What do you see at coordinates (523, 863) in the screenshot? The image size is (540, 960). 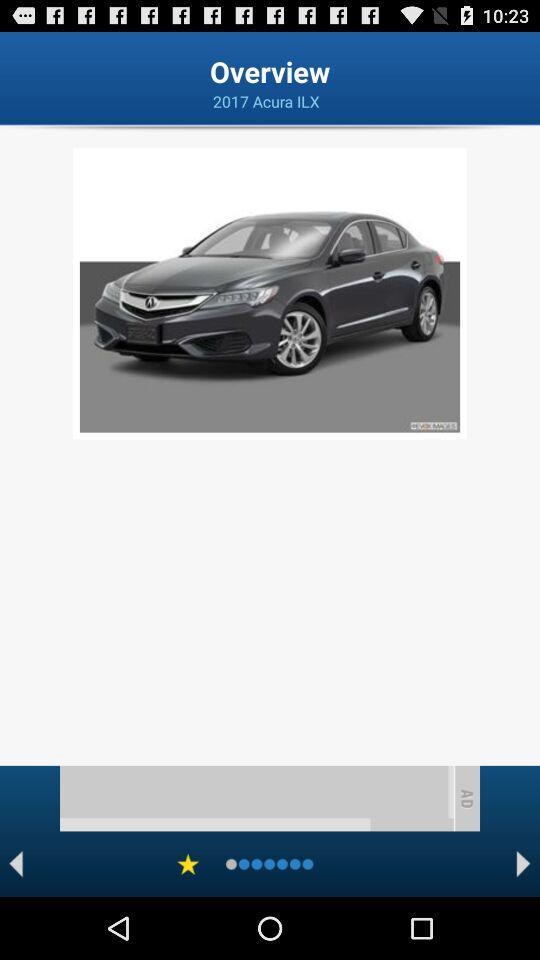 I see `the next image` at bounding box center [523, 863].